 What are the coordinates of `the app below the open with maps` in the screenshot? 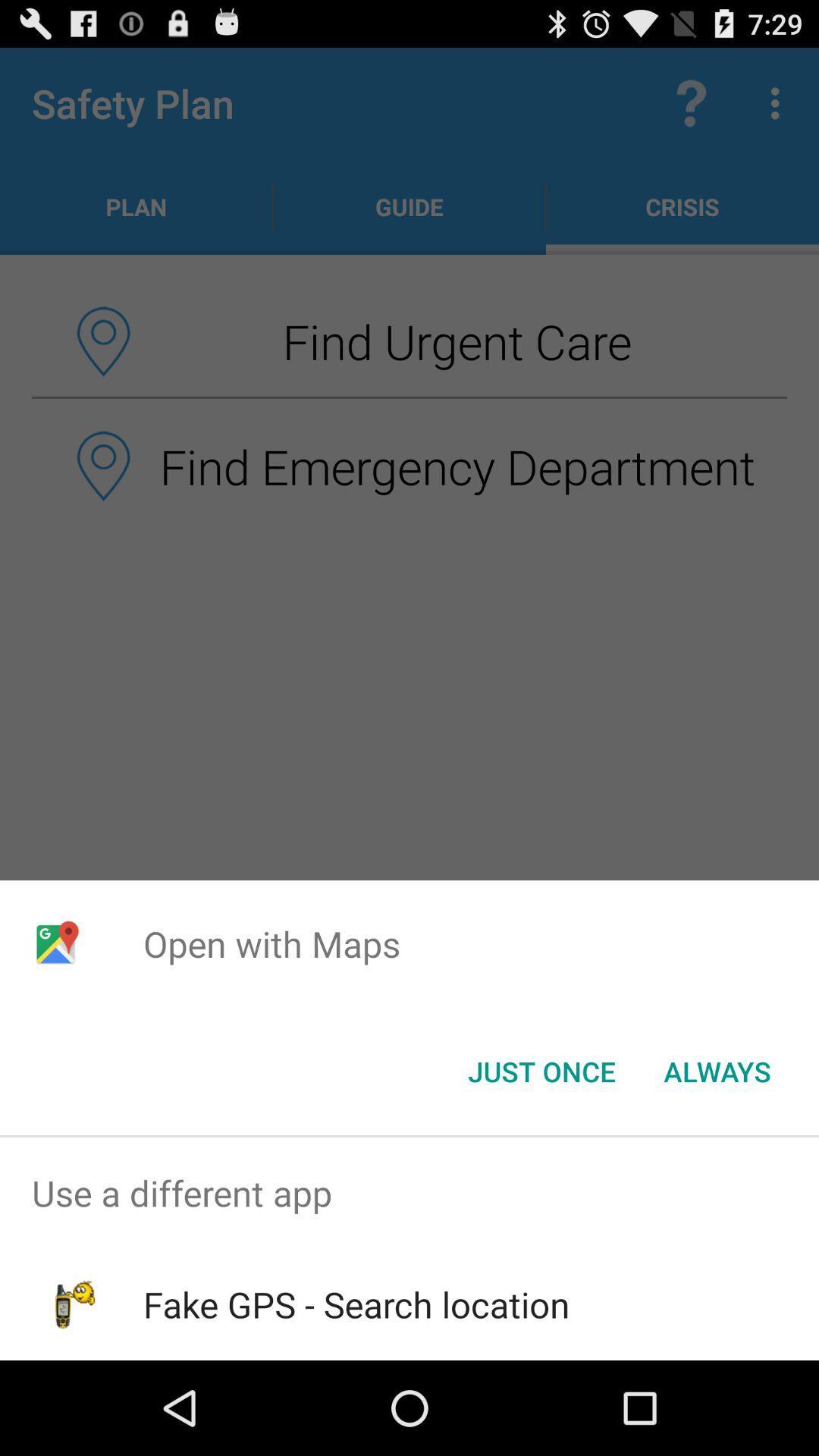 It's located at (717, 1070).